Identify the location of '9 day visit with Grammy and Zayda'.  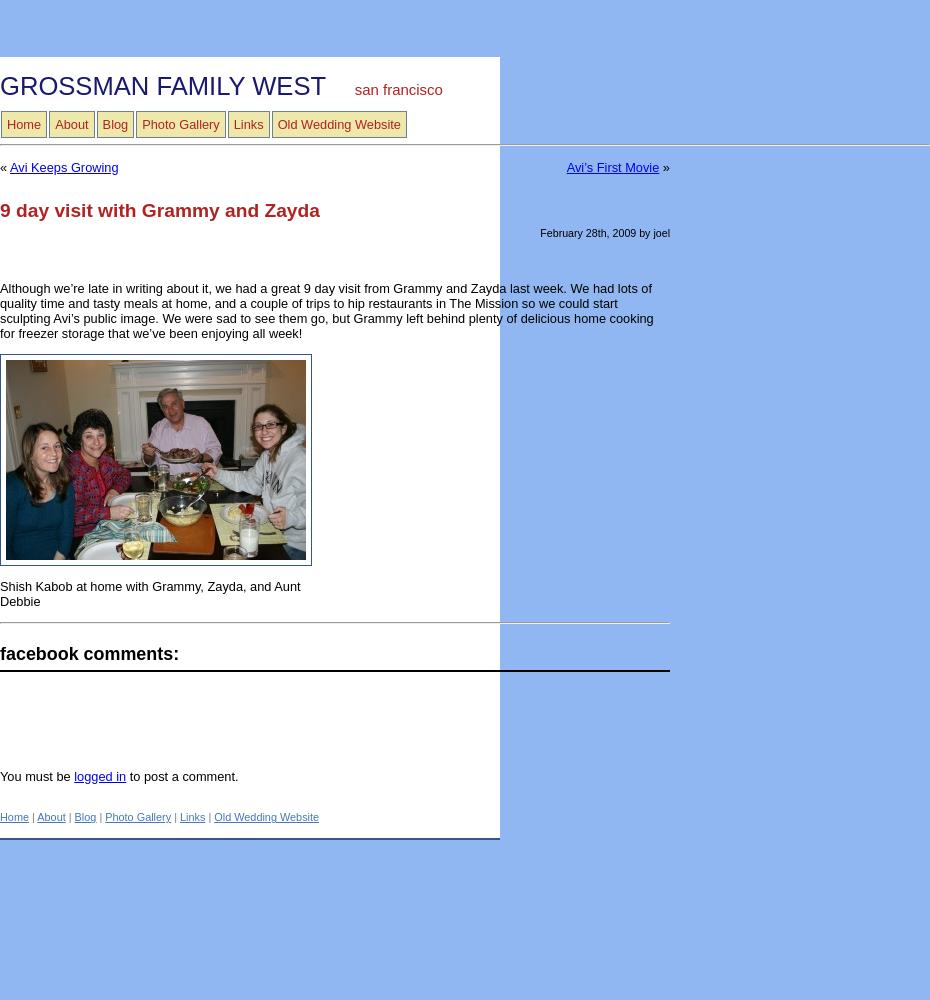
(158, 209).